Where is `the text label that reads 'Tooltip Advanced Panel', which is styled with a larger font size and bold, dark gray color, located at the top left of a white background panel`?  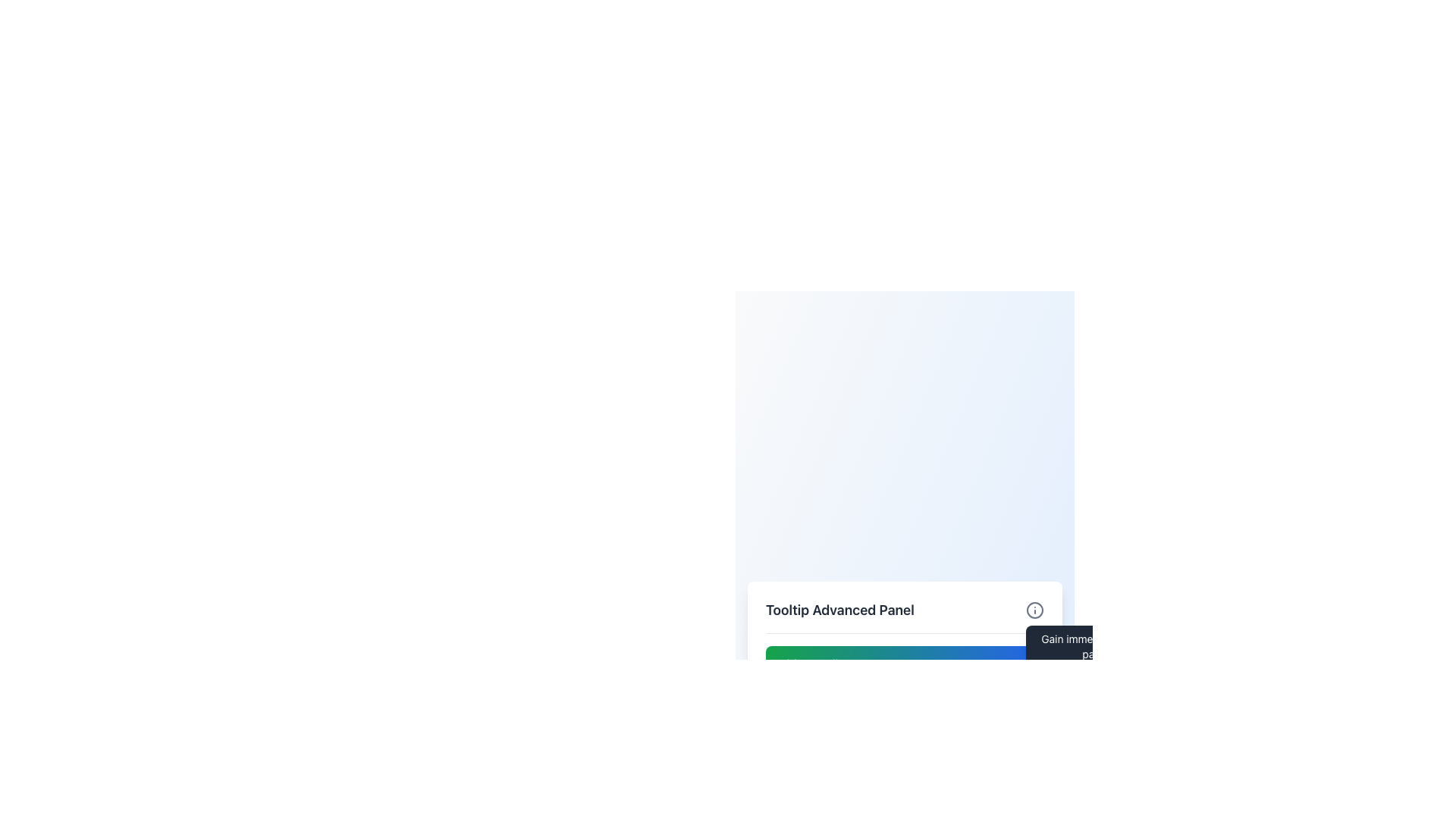
the text label that reads 'Tooltip Advanced Panel', which is styled with a larger font size and bold, dark gray color, located at the top left of a white background panel is located at coordinates (839, 610).